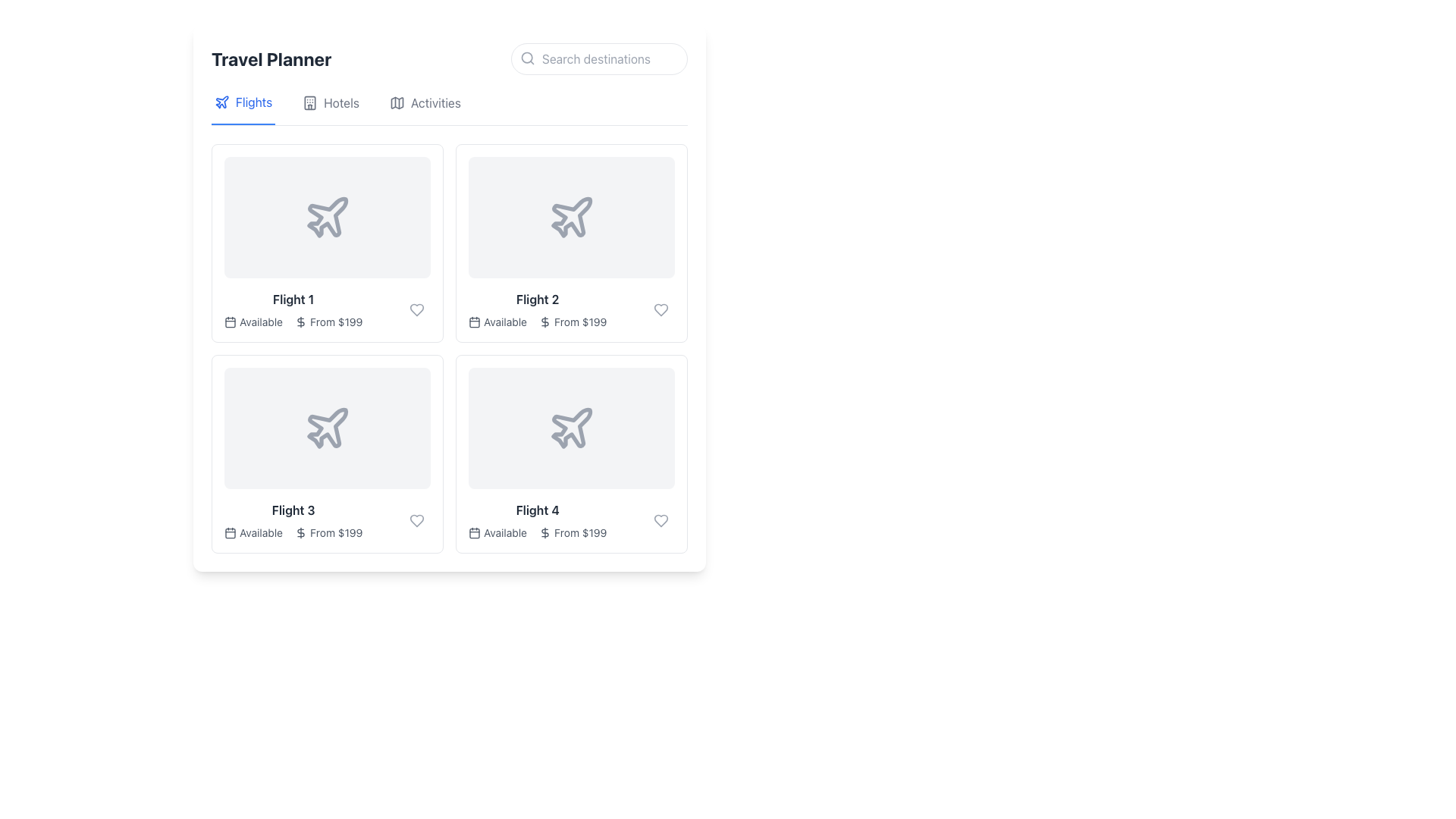 This screenshot has width=1456, height=819. I want to click on the text element displaying 'From $199', which is located below the 'Available' label and beside the dollar symbol icon for 'Flight 1' in the first row of the grid layout, so click(335, 321).